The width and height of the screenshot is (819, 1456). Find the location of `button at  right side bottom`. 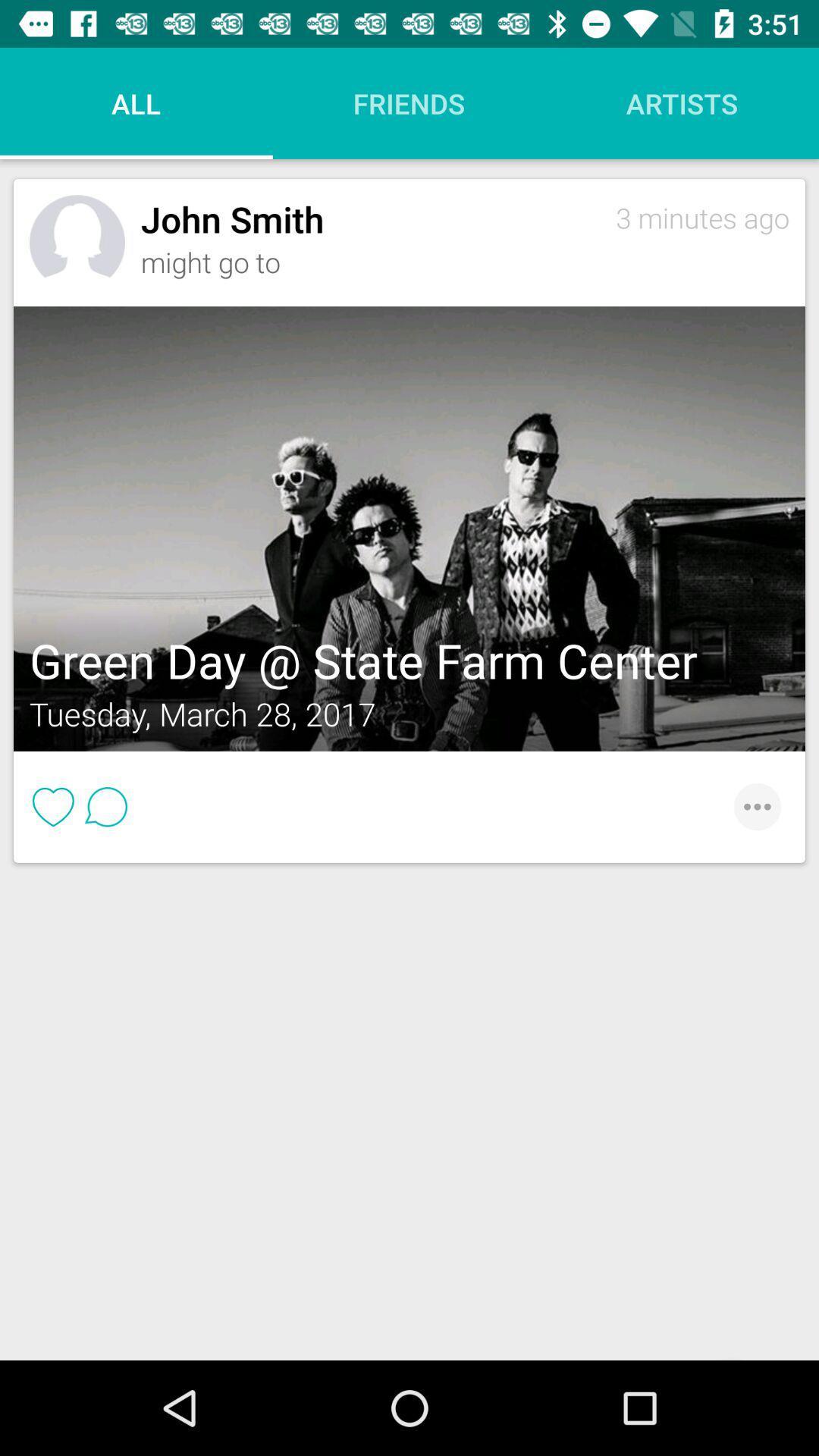

button at  right side bottom is located at coordinates (748, 806).